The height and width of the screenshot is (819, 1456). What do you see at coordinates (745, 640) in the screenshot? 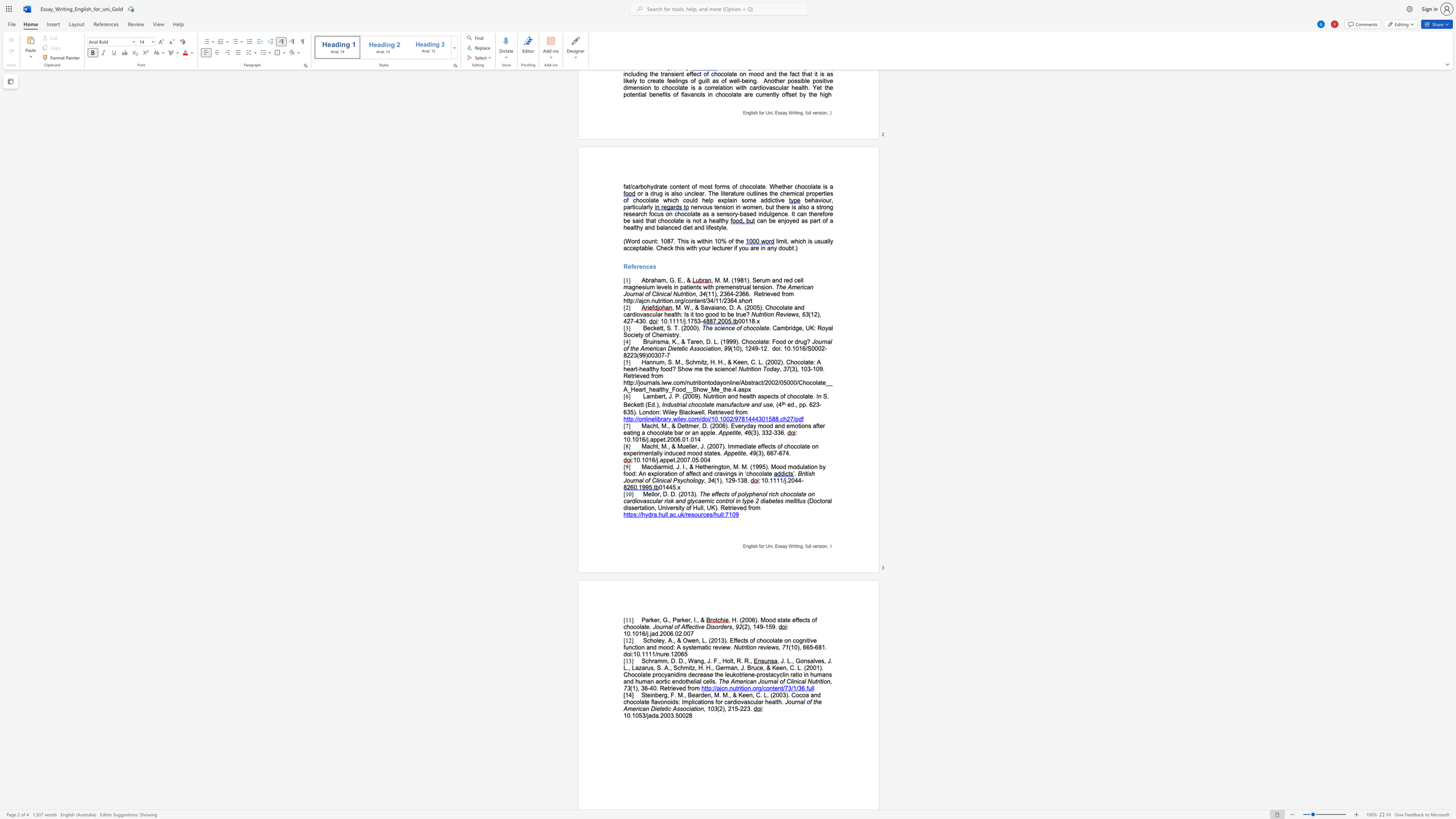
I see `the subset text "s of chocolate on cognitive fu" within the text "Scholey, A., & Owen, L. (2013). Effects of chocolate on cognitive function and mood: A systematic review."` at bounding box center [745, 640].